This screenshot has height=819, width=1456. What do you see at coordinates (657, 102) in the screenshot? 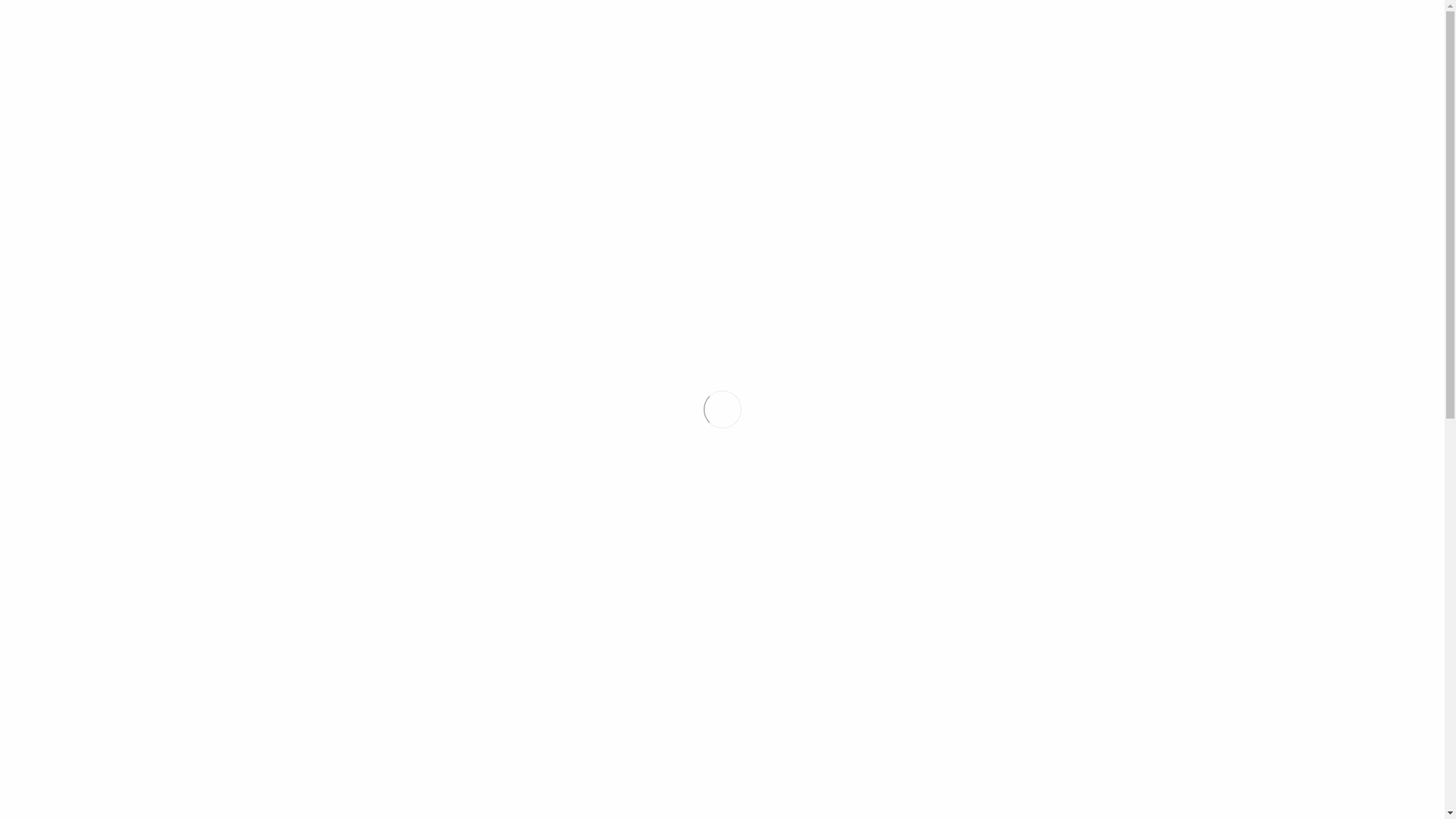
I see `'SERVICES'` at bounding box center [657, 102].